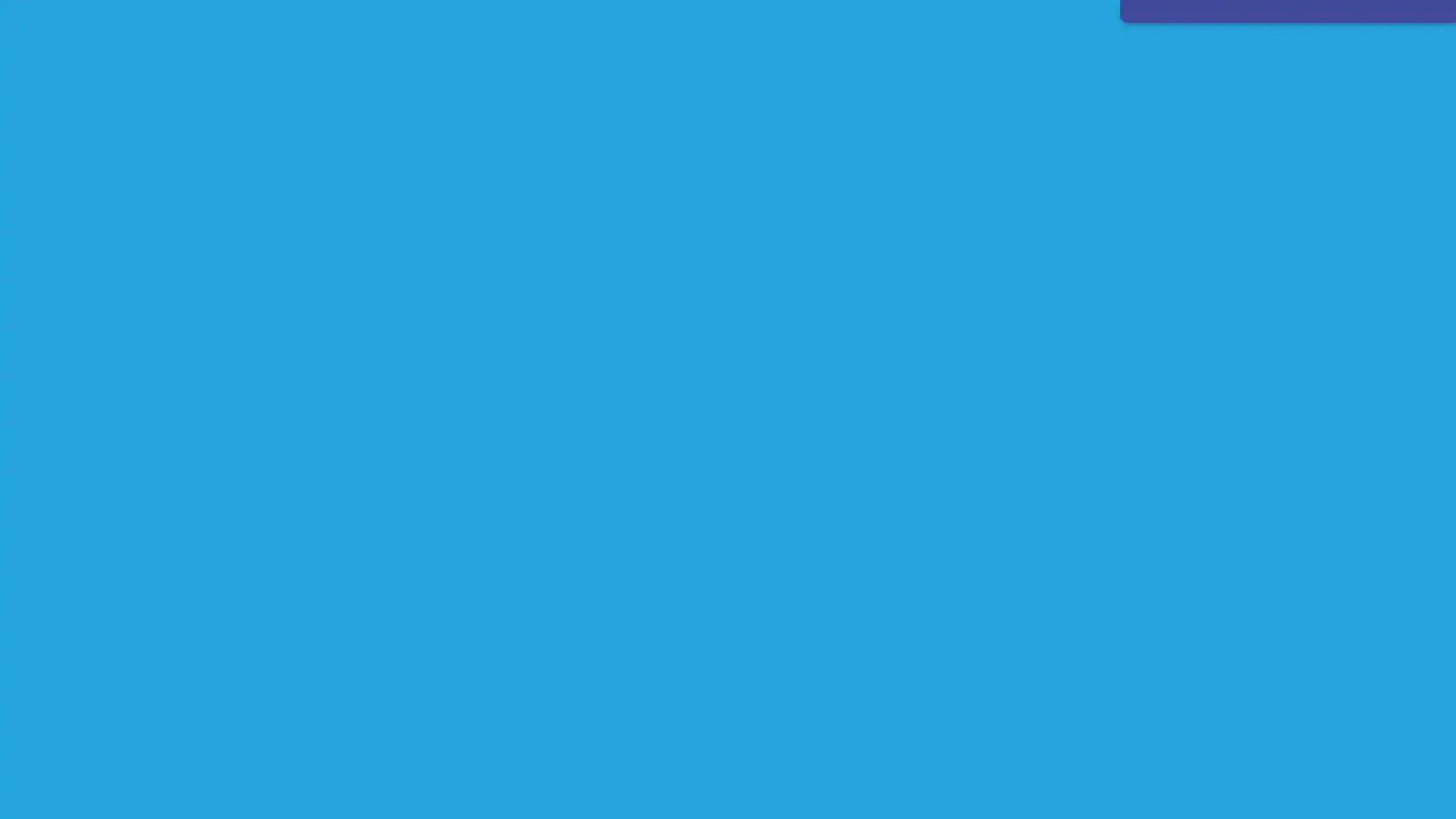 This screenshot has height=819, width=1456. Describe the element at coordinates (817, 49) in the screenshot. I see `SUBSCRIBE` at that location.